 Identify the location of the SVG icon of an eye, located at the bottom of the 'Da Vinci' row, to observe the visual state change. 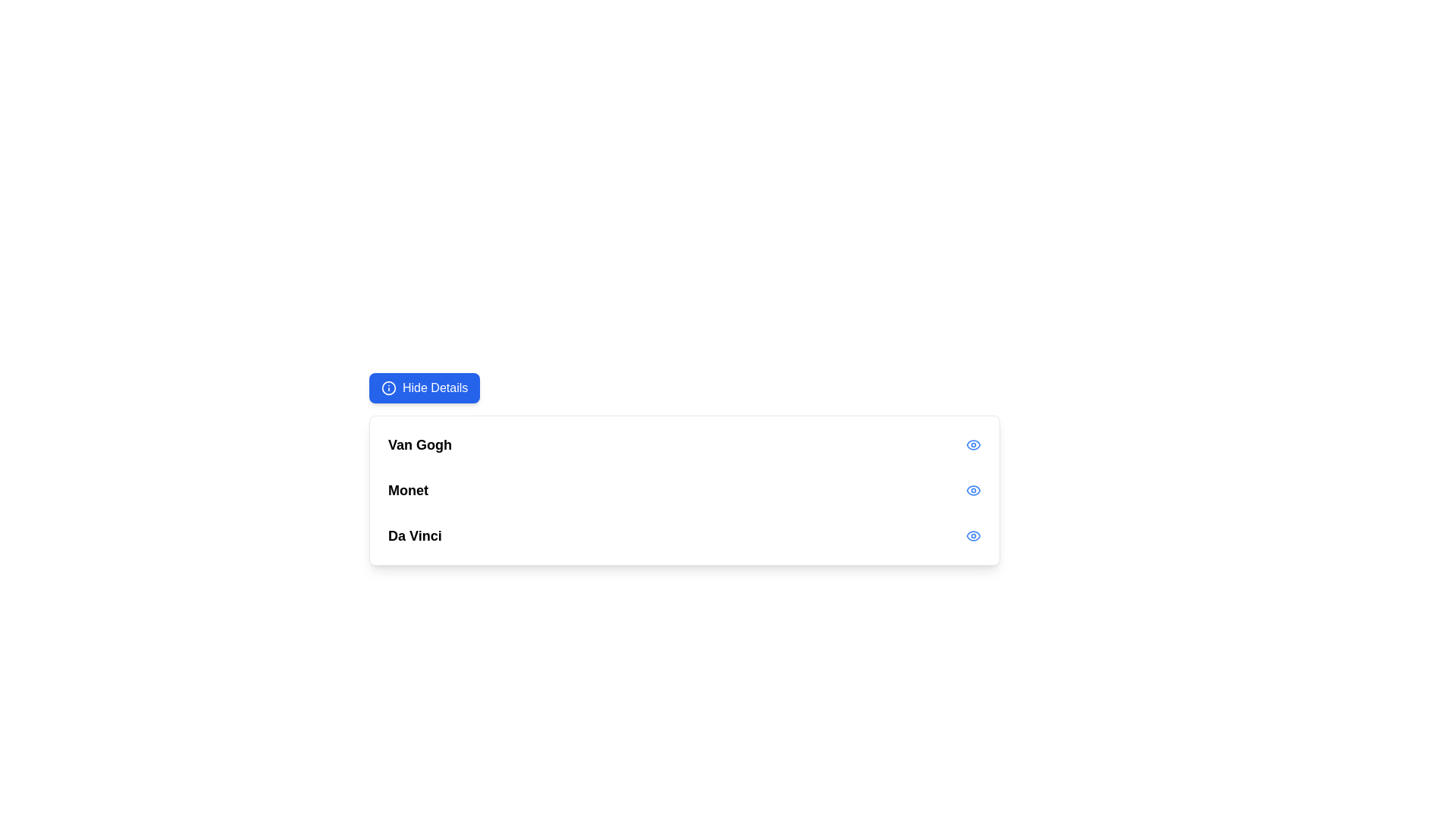
(973, 535).